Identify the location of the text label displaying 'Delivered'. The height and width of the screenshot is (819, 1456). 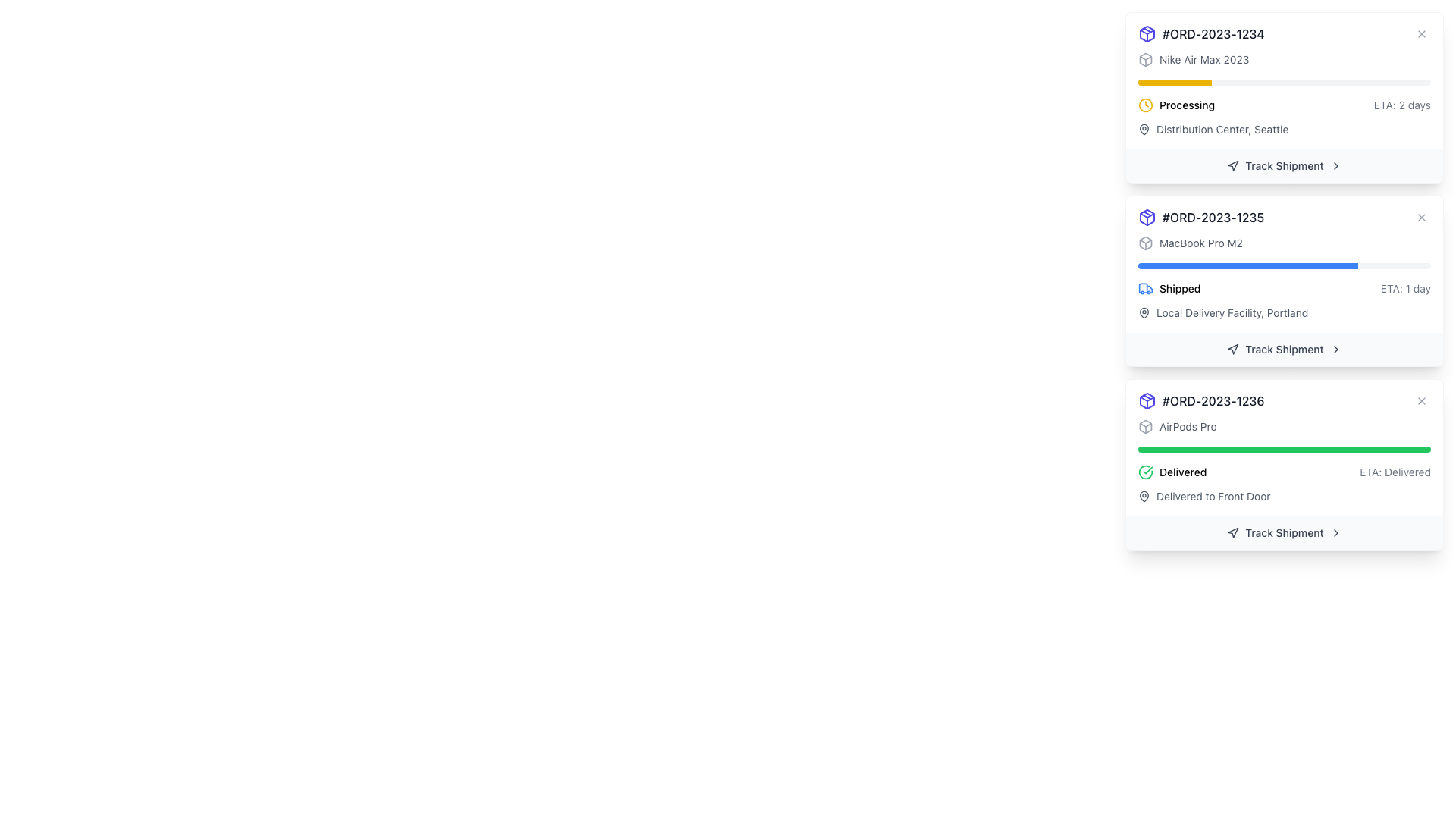
(1182, 472).